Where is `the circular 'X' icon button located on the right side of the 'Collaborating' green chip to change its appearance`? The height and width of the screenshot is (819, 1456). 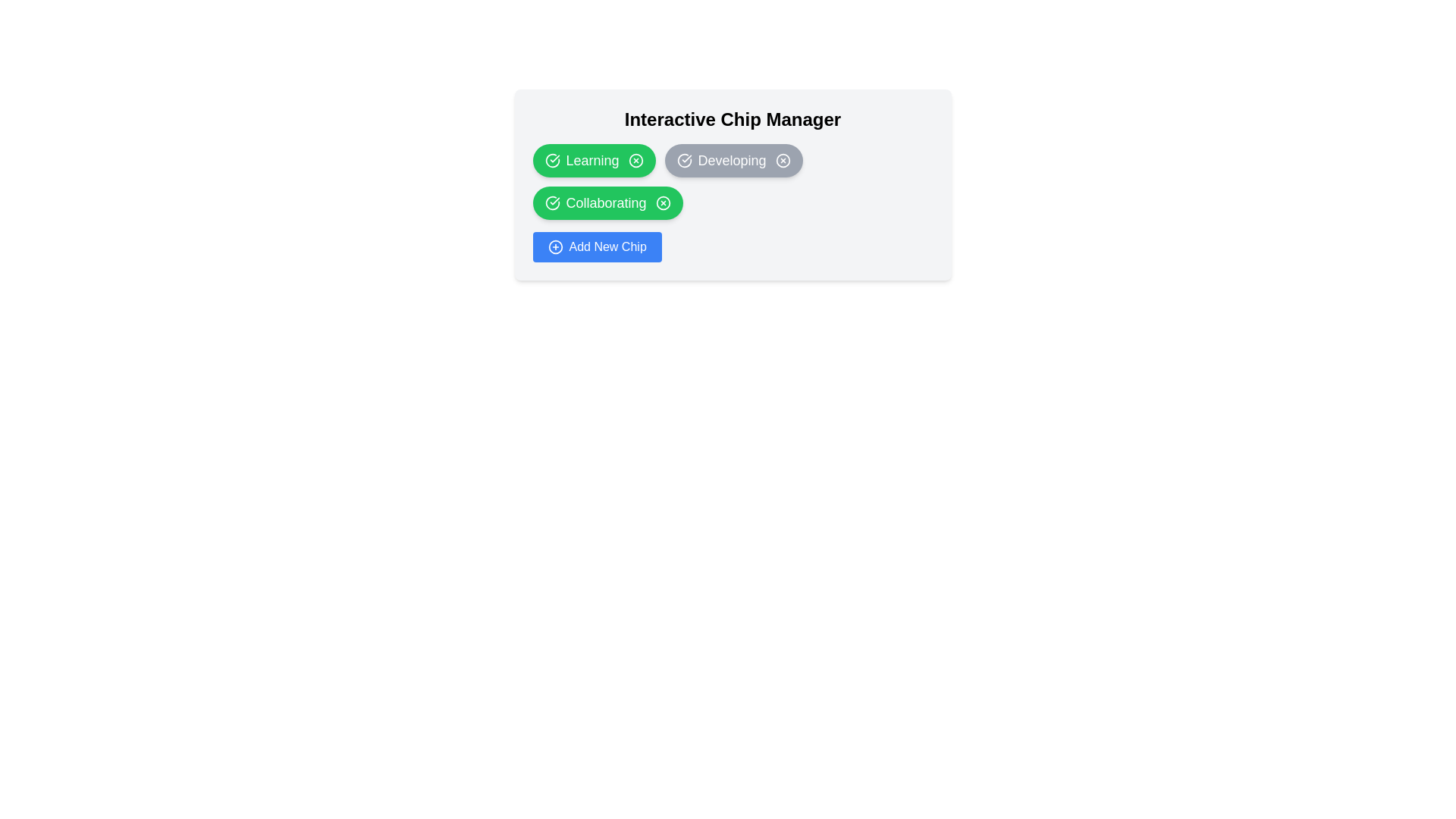 the circular 'X' icon button located on the right side of the 'Collaborating' green chip to change its appearance is located at coordinates (663, 202).